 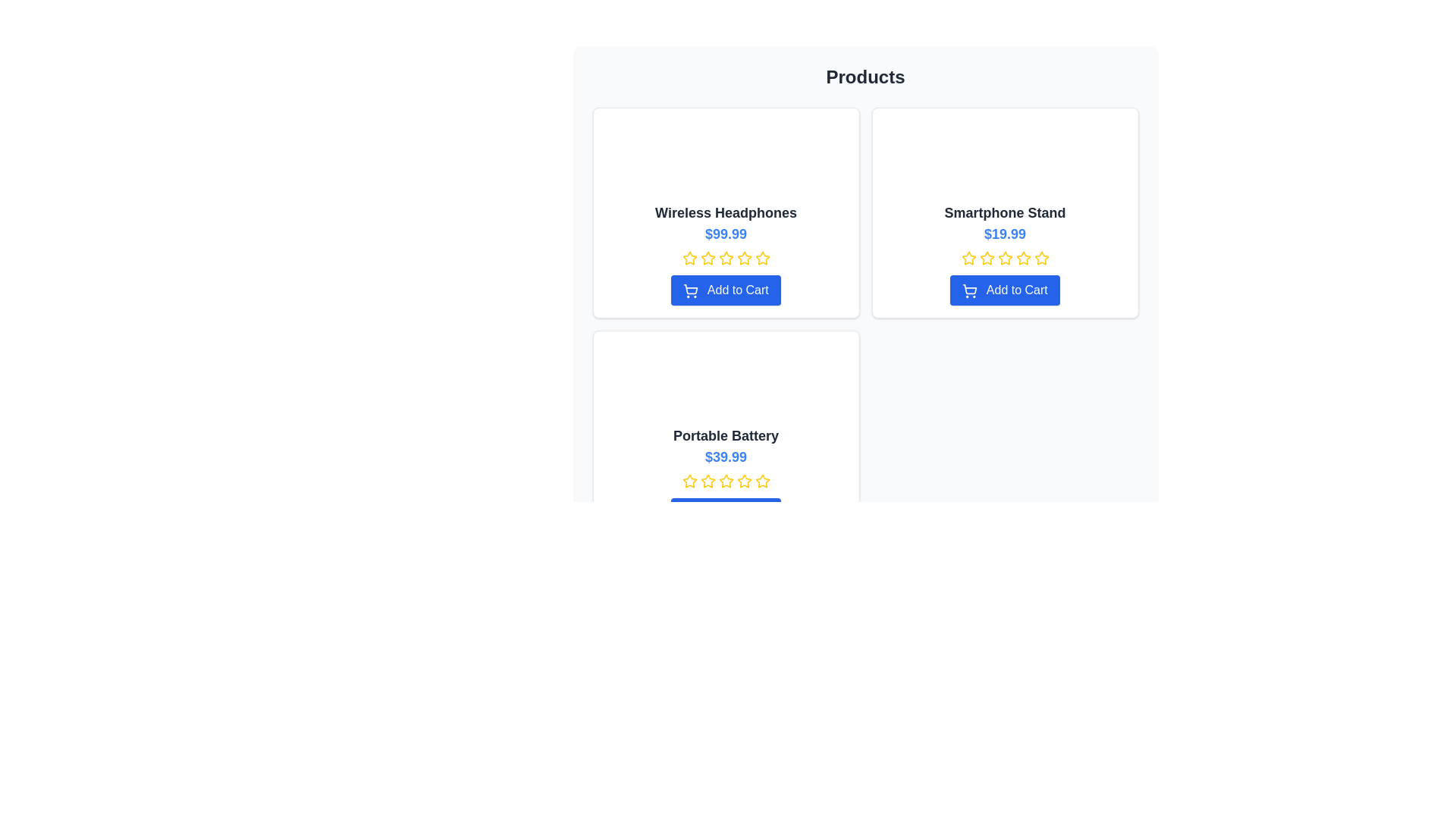 What do you see at coordinates (725, 456) in the screenshot?
I see `the price display text label located within the 'Portable Battery' product card` at bounding box center [725, 456].